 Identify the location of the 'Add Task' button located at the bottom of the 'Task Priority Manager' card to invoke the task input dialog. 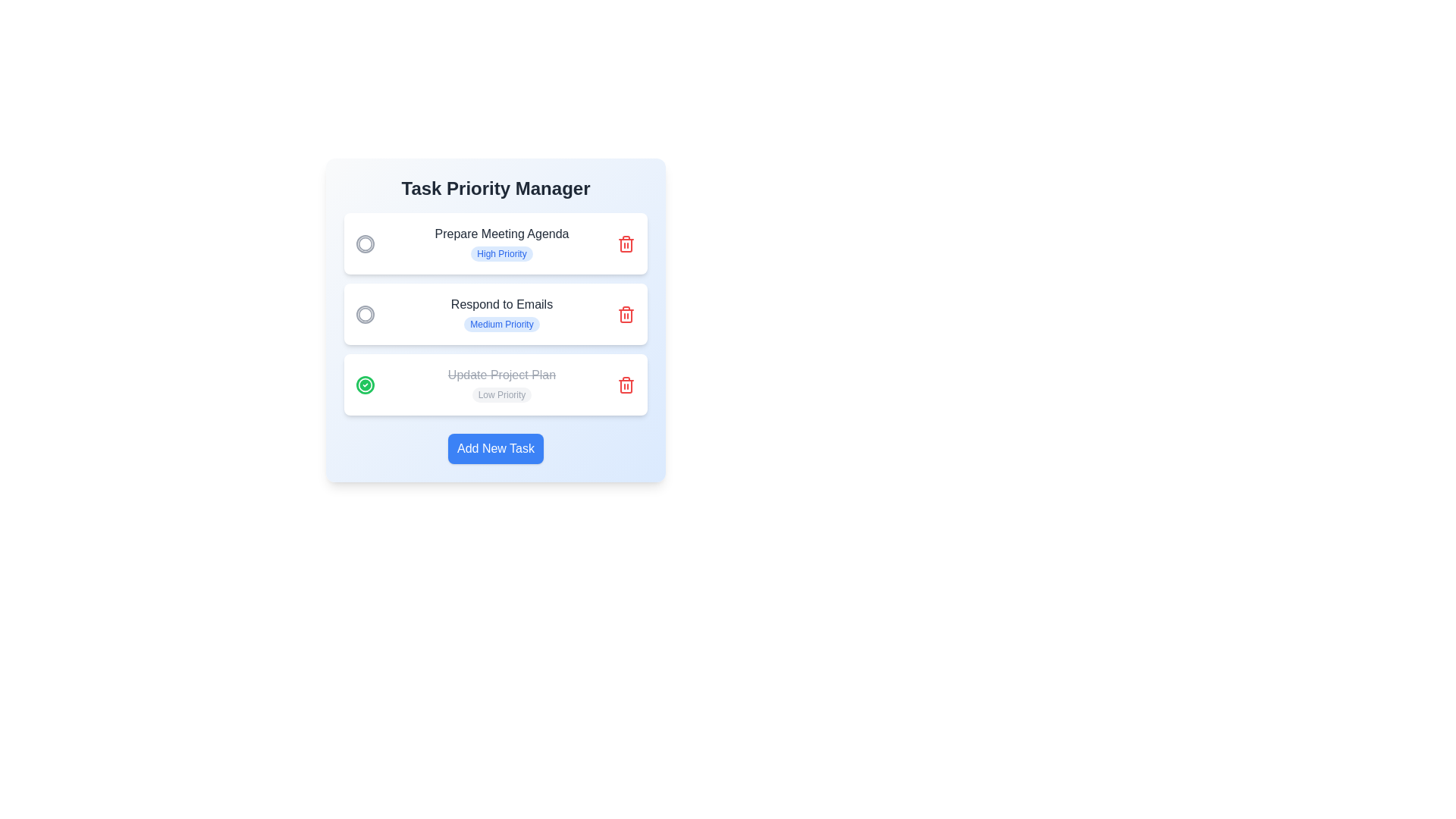
(495, 447).